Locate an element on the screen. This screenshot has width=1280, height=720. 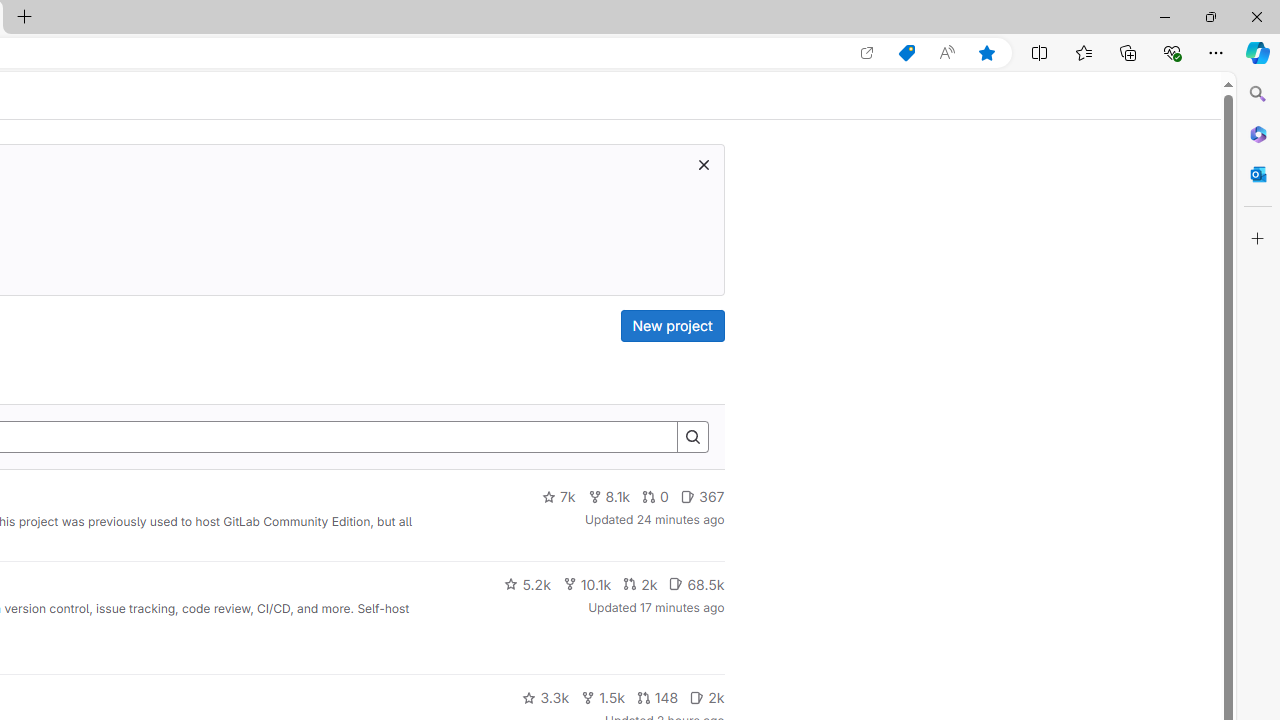
'Class: s14 gl-mr-2' is located at coordinates (697, 696).